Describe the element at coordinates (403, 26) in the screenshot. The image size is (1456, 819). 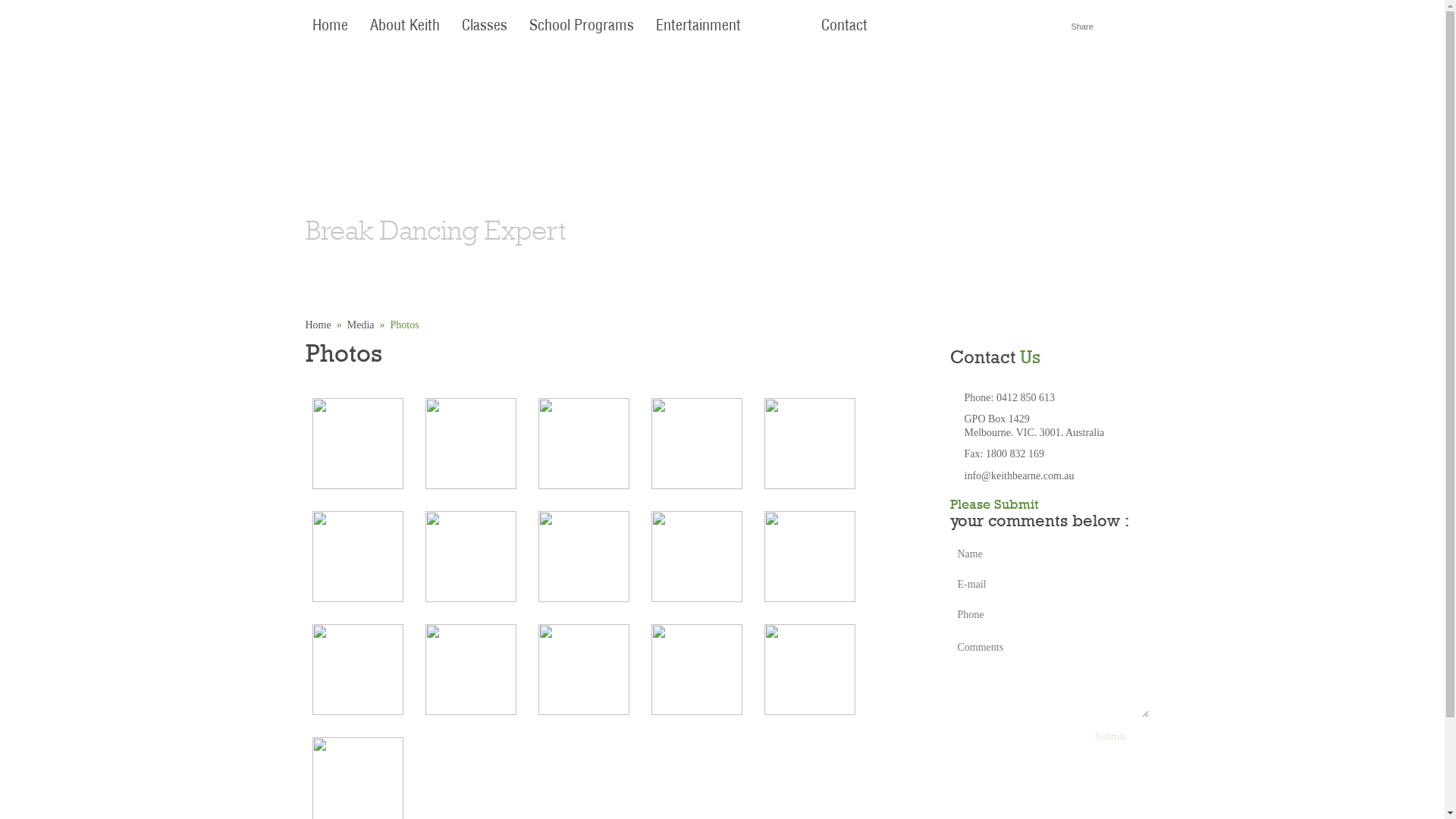
I see `'About Keith'` at that location.